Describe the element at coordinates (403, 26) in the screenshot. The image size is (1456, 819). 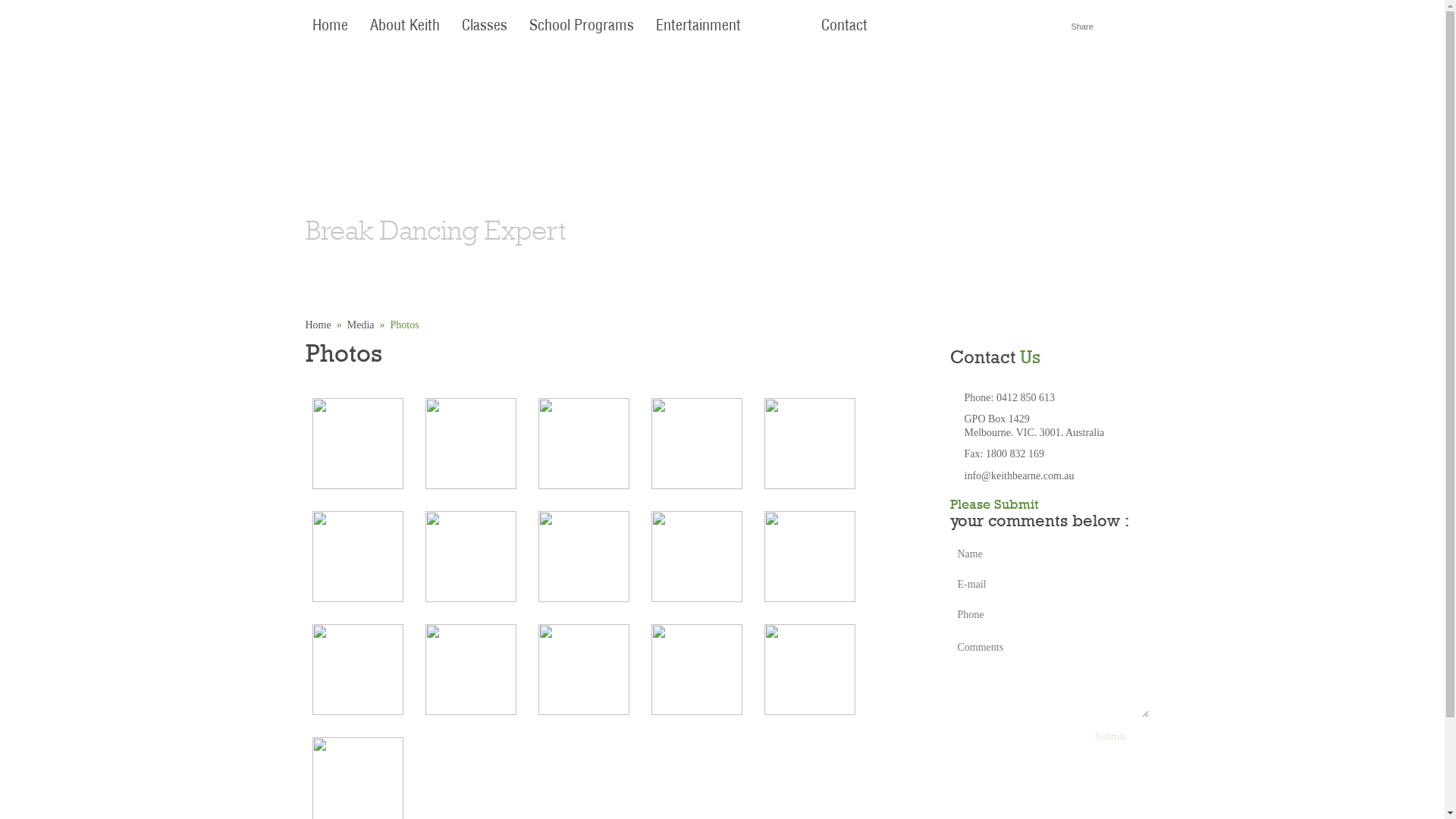
I see `'About Keith'` at that location.